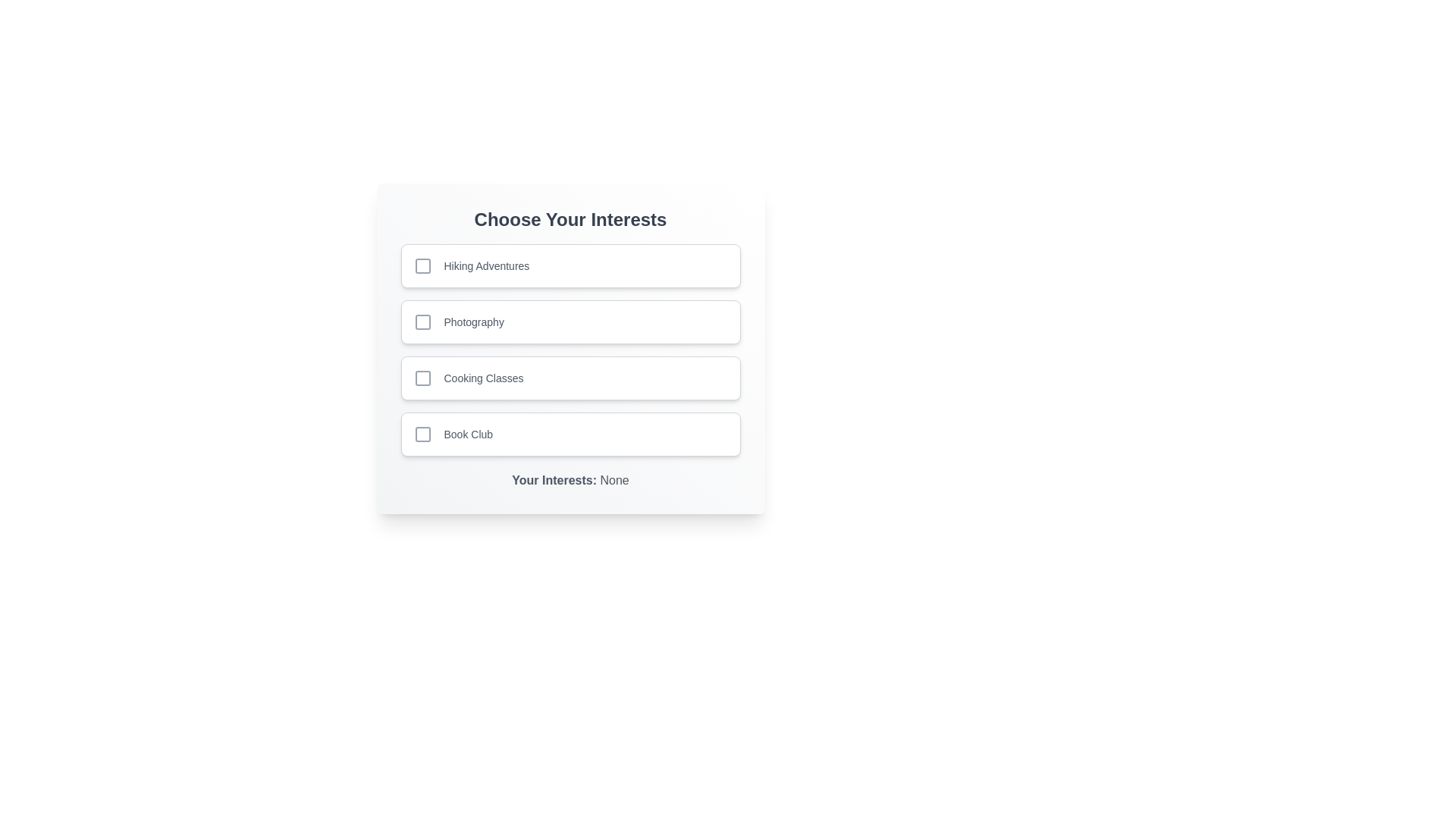  I want to click on a selectable card component in the central list, so click(570, 348).